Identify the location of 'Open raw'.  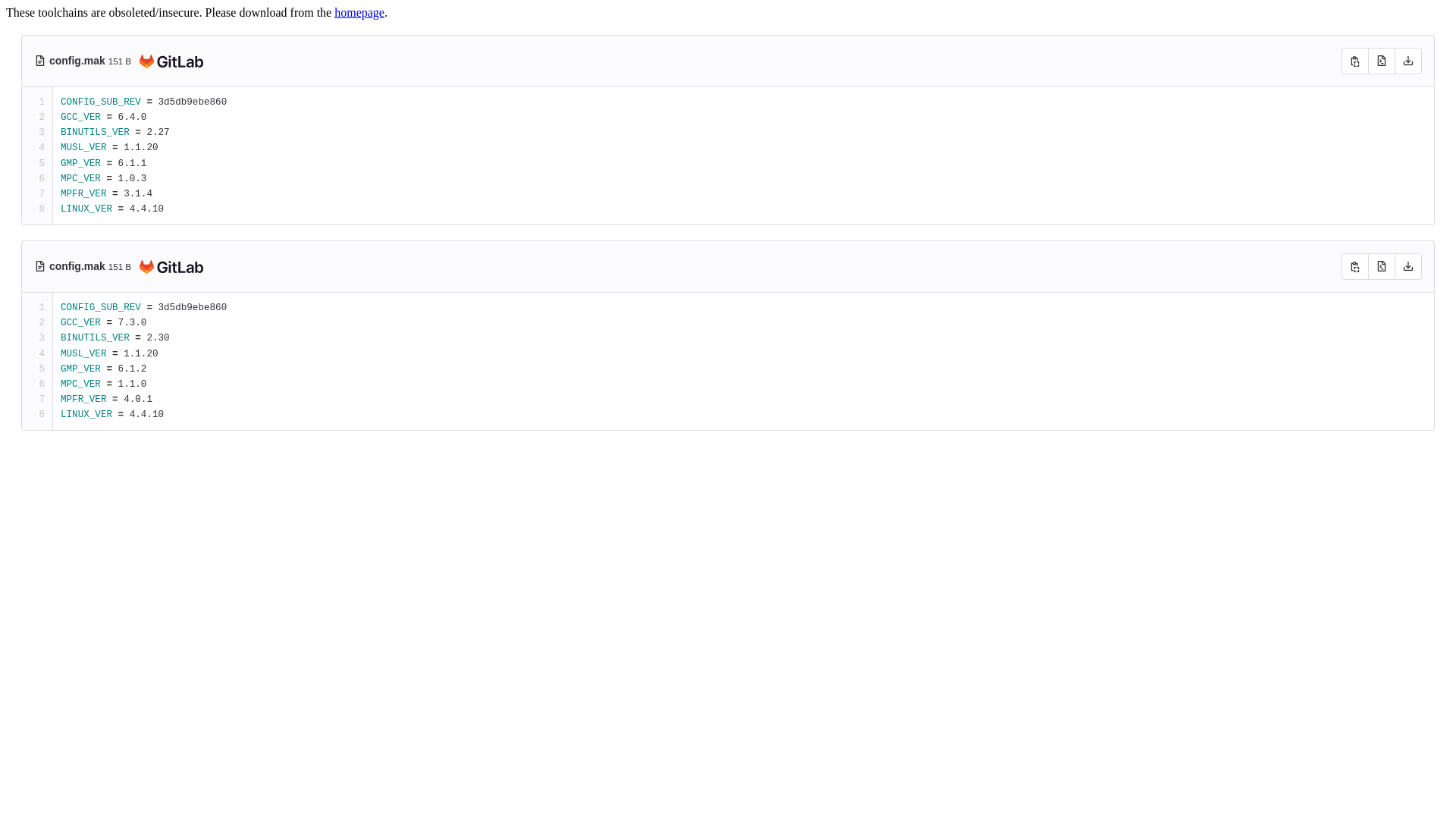
(1381, 265).